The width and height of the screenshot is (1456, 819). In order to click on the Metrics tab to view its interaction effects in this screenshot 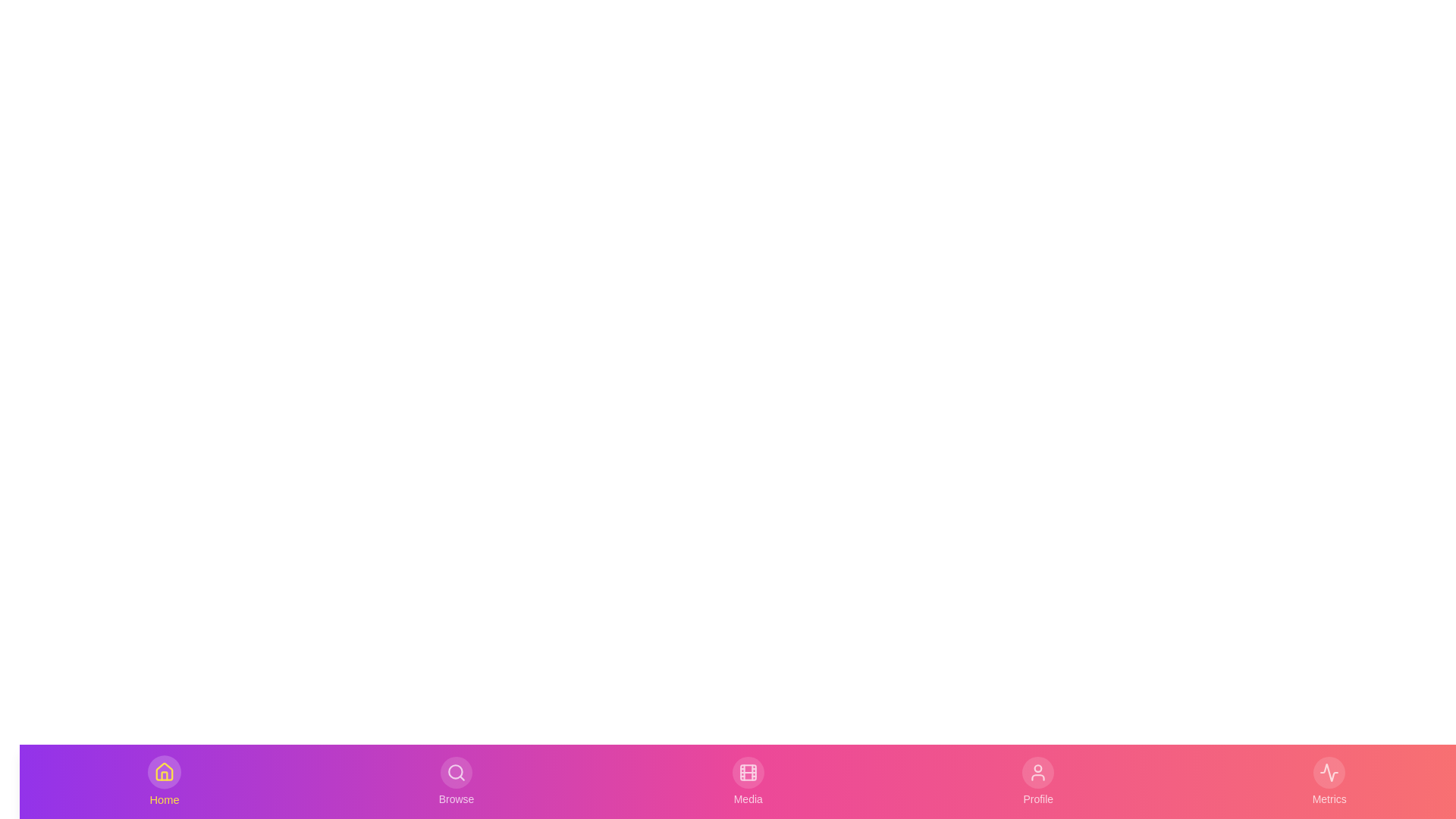, I will do `click(1328, 781)`.